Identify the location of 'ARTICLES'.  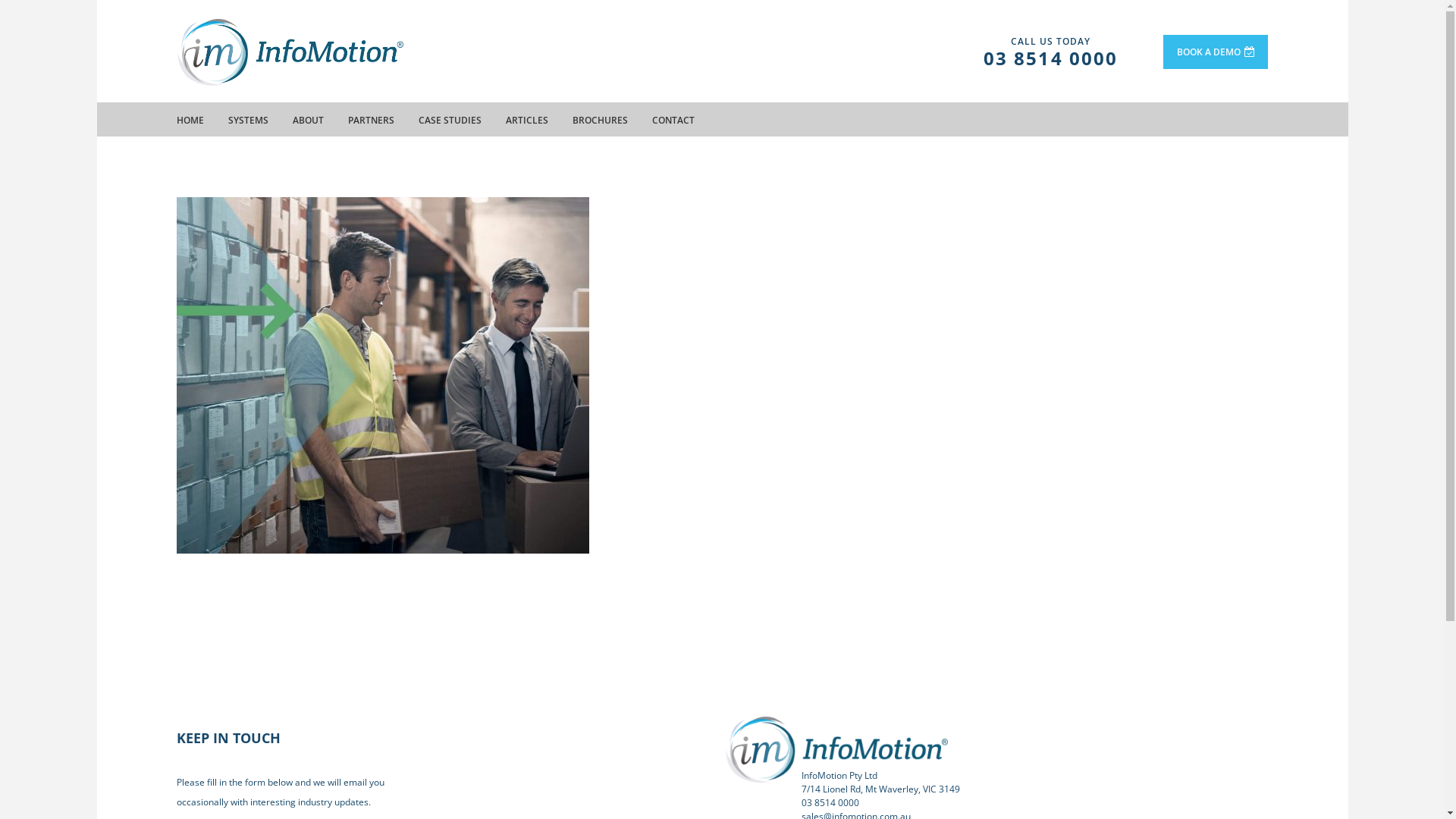
(526, 119).